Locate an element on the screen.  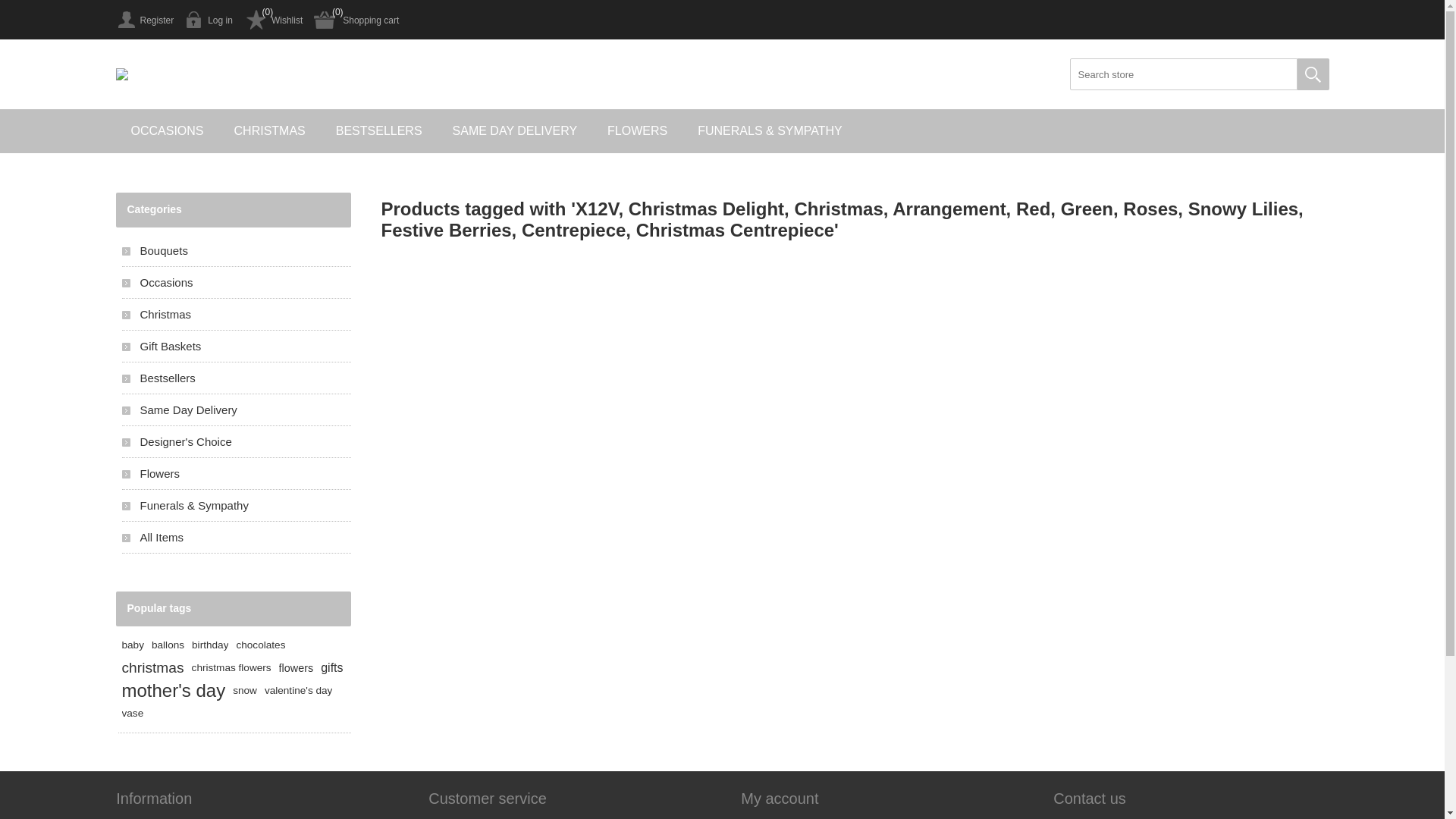
'Search' is located at coordinates (1295, 74).